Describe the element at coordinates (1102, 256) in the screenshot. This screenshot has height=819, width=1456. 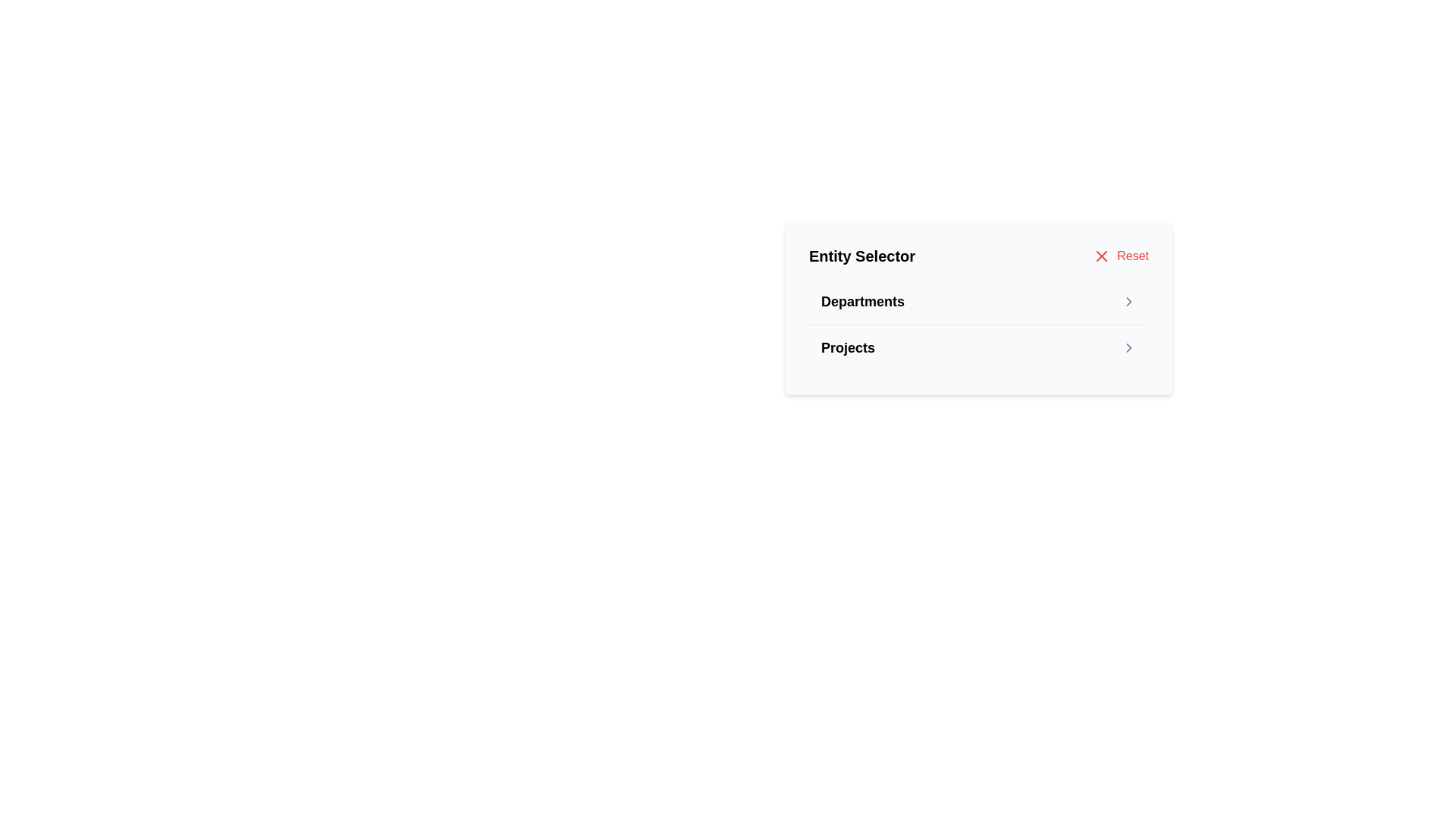
I see `the red 'x' shaped icon located to the left of the 'Reset' text` at that location.